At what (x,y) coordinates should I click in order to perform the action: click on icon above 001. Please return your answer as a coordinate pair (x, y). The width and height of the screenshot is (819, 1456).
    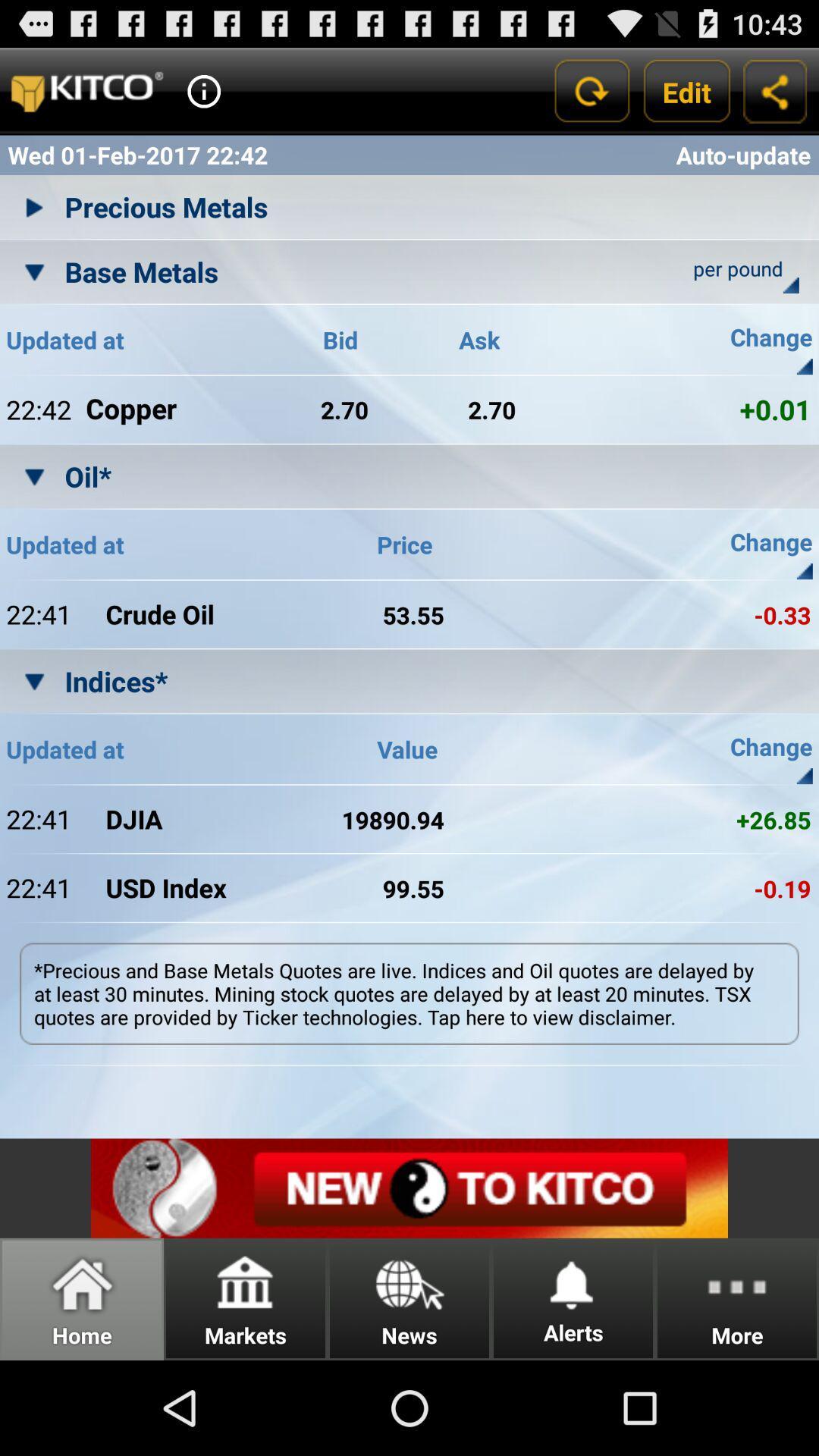
    Looking at the image, I should click on (804, 366).